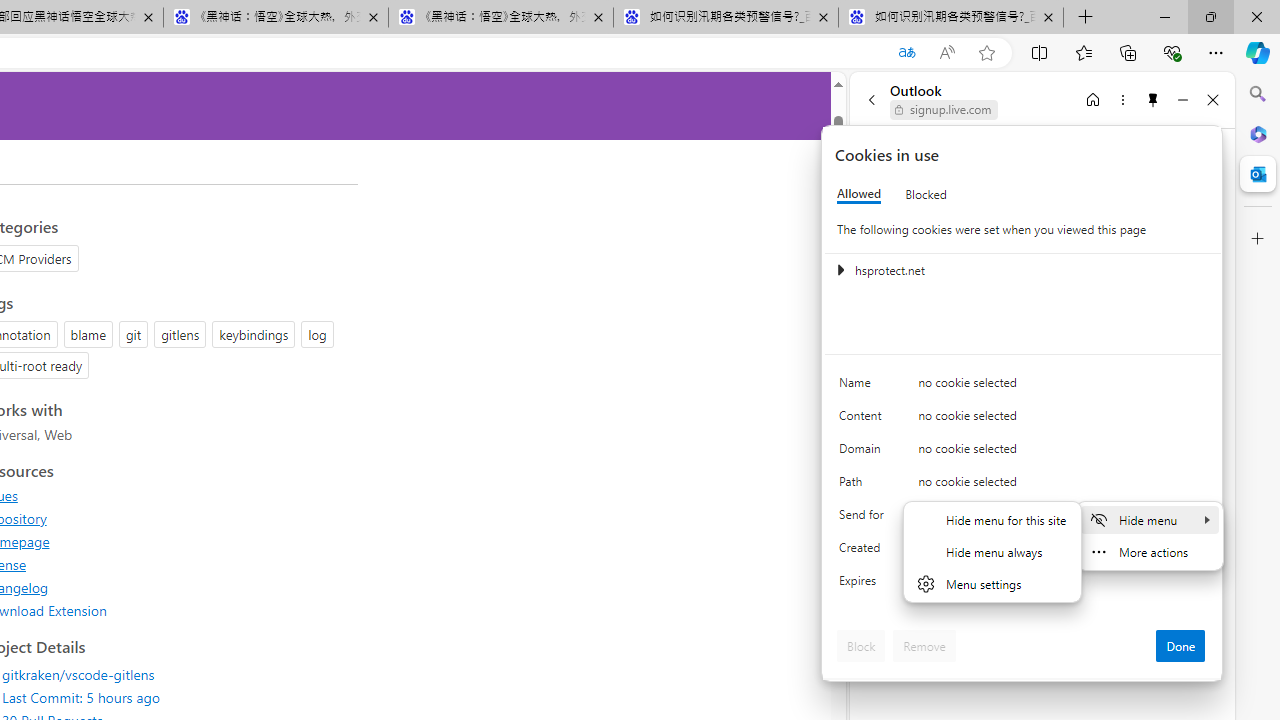 The width and height of the screenshot is (1280, 720). Describe the element at coordinates (865, 419) in the screenshot. I see `'Content'` at that location.